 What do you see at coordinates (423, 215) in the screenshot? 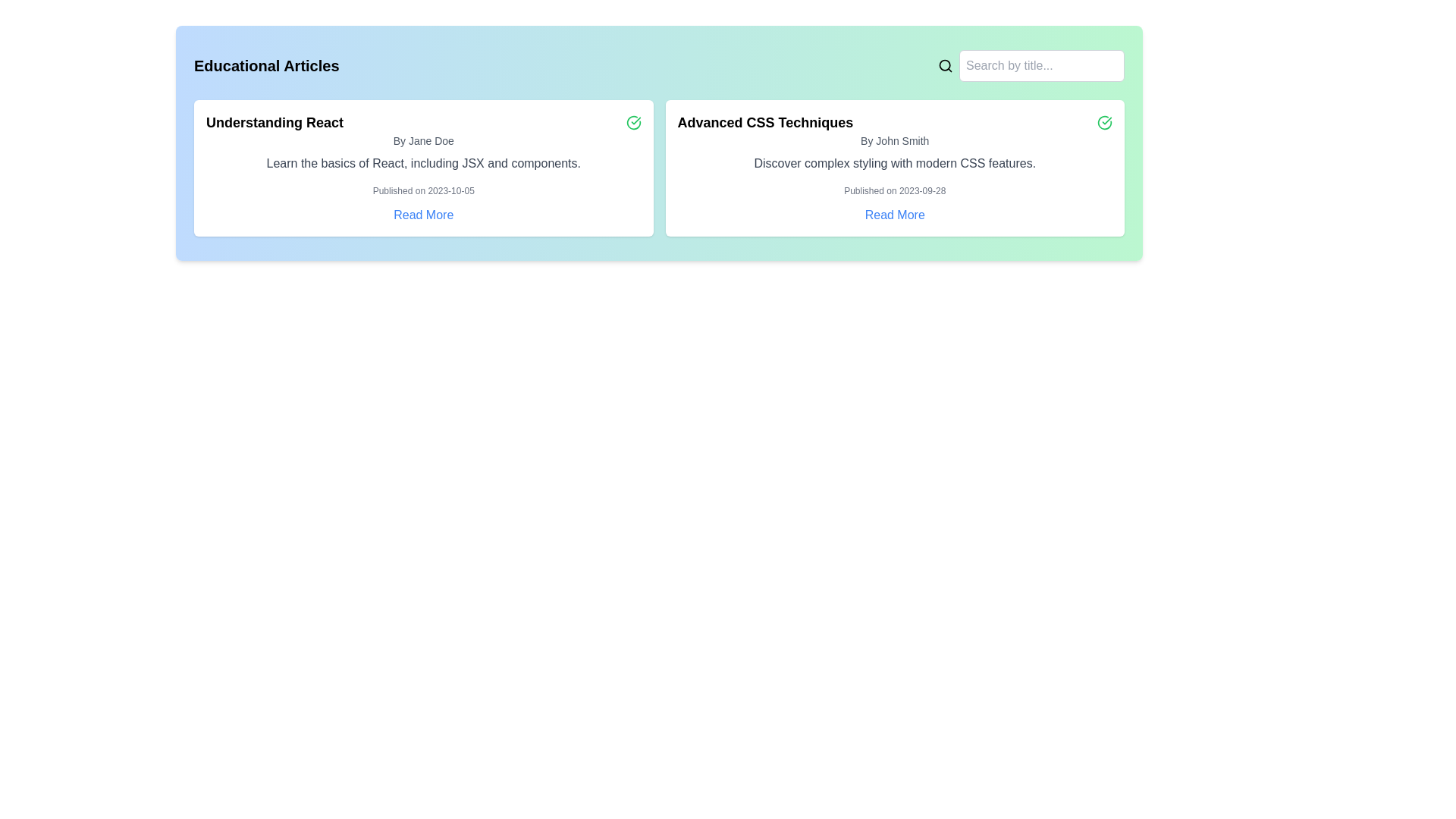
I see `the link at the bottom of the card titled 'Understanding React' to change its color` at bounding box center [423, 215].